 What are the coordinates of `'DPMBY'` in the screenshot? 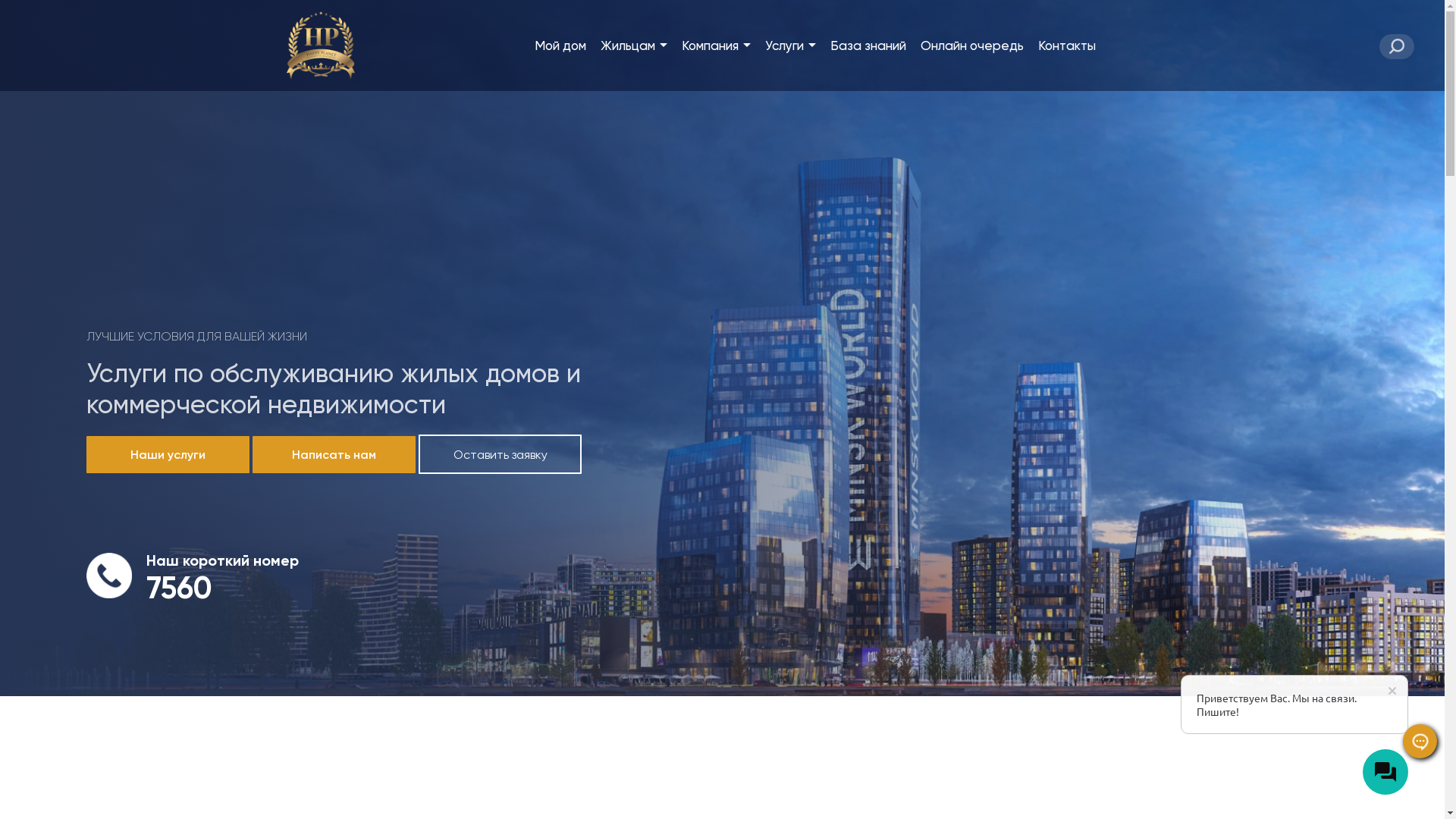 It's located at (320, 45).